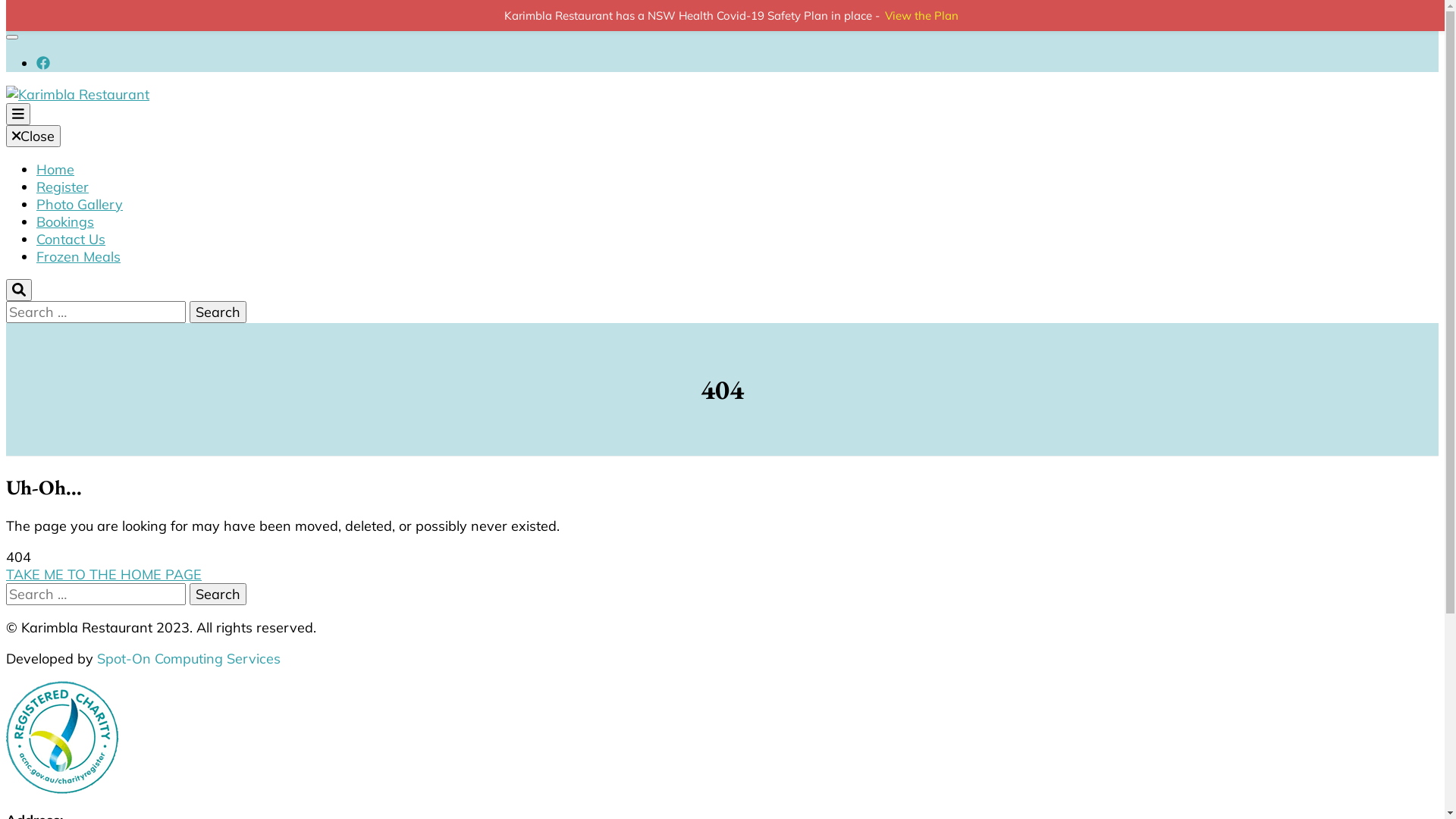 This screenshot has height=819, width=1456. Describe the element at coordinates (188, 657) in the screenshot. I see `'Spot-On Computing Services'` at that location.